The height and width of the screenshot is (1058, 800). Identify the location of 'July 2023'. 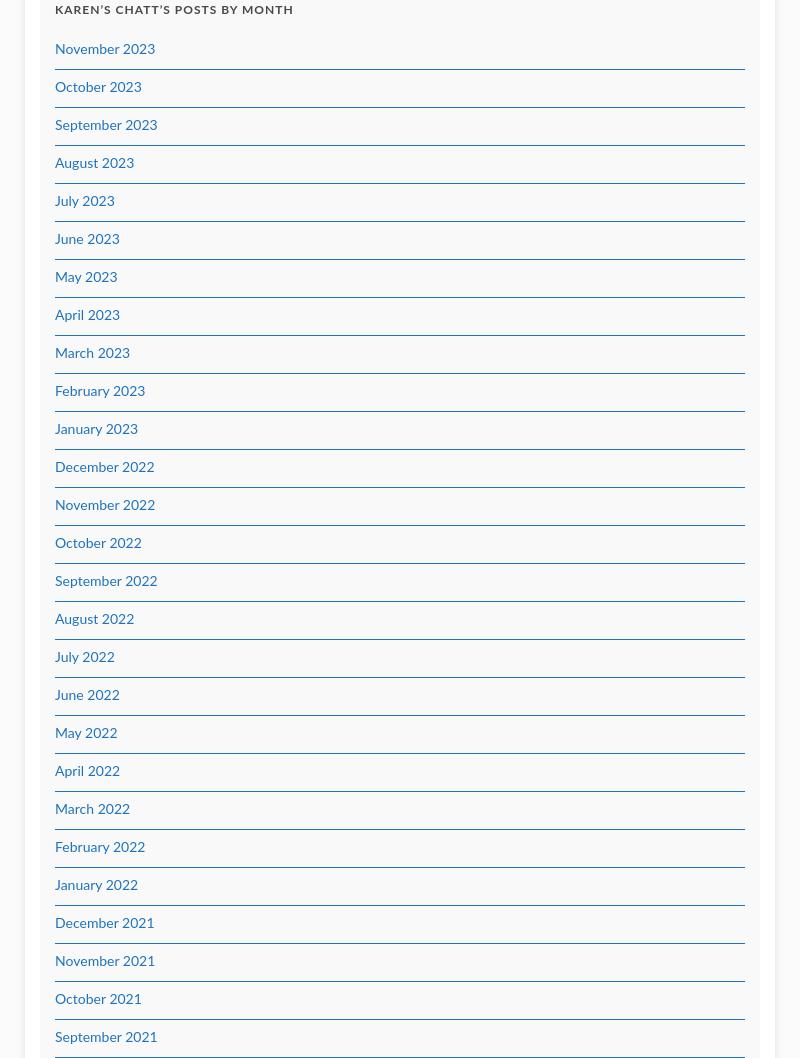
(84, 201).